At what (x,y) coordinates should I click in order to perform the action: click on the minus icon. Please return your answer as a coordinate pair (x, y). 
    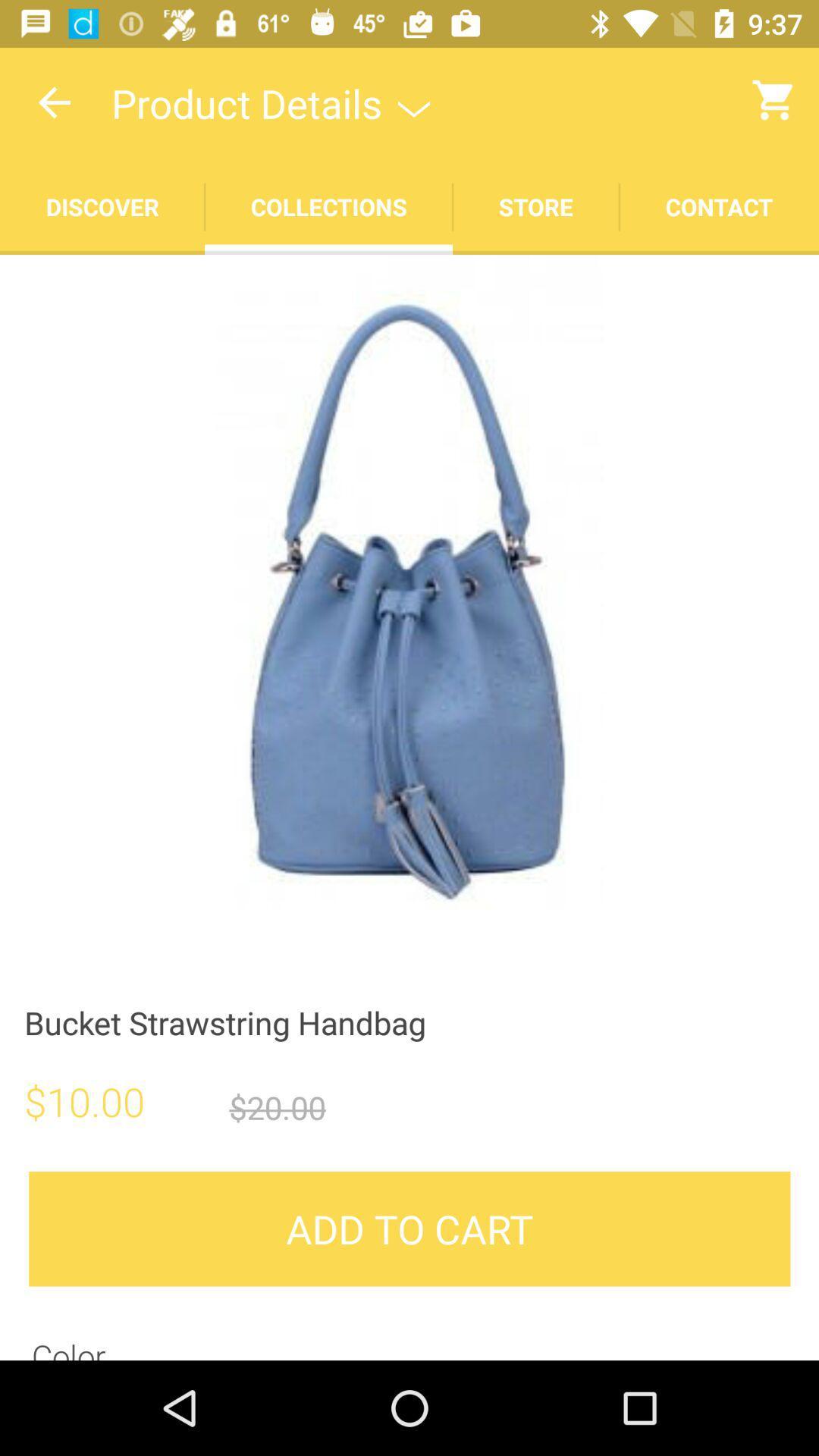
    Looking at the image, I should click on (155, 282).